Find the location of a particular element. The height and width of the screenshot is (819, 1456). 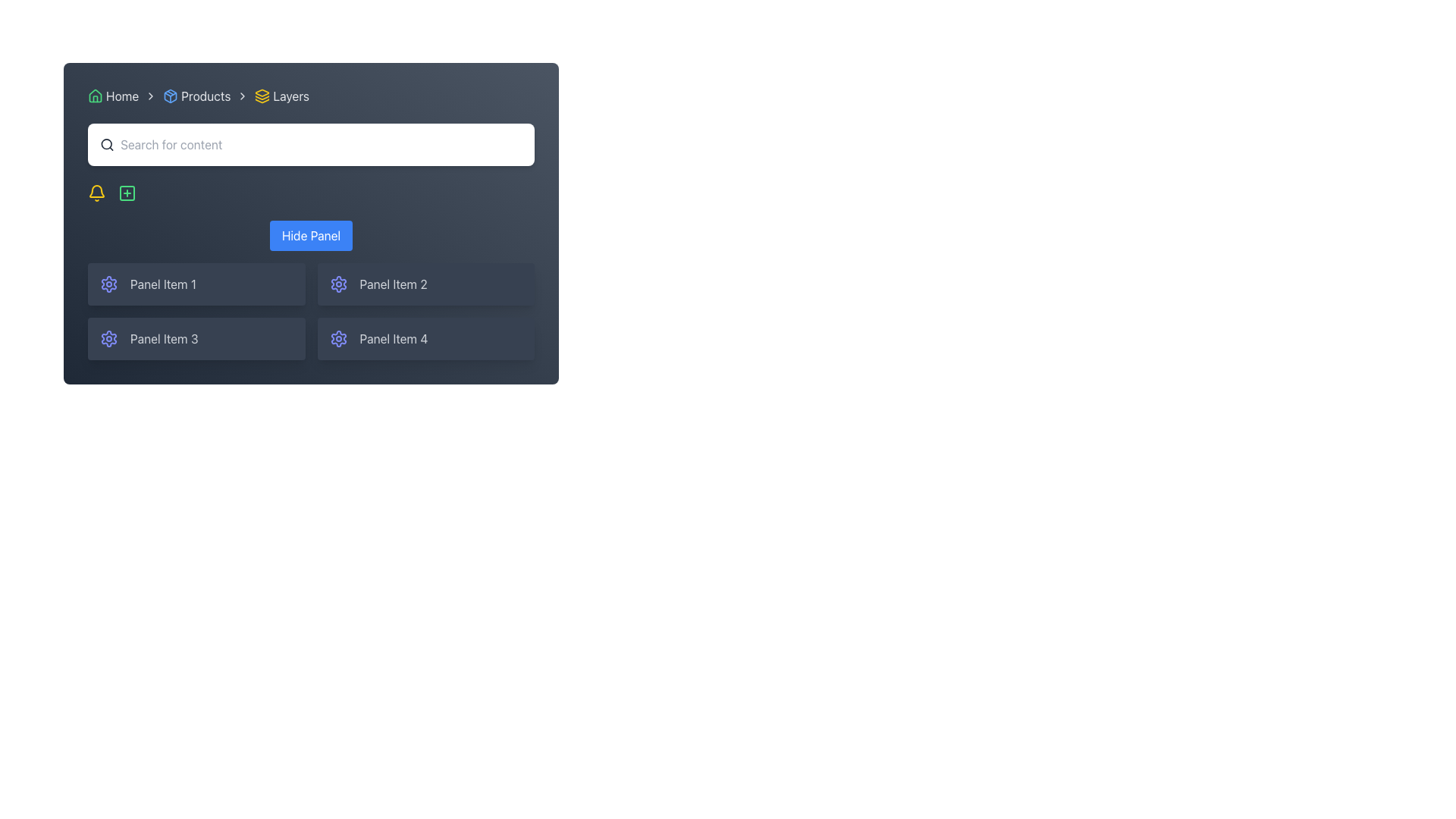

the yellow bell-shaped notification icon located above the green plus-shaped button in the top-left area of the interface is located at coordinates (96, 190).